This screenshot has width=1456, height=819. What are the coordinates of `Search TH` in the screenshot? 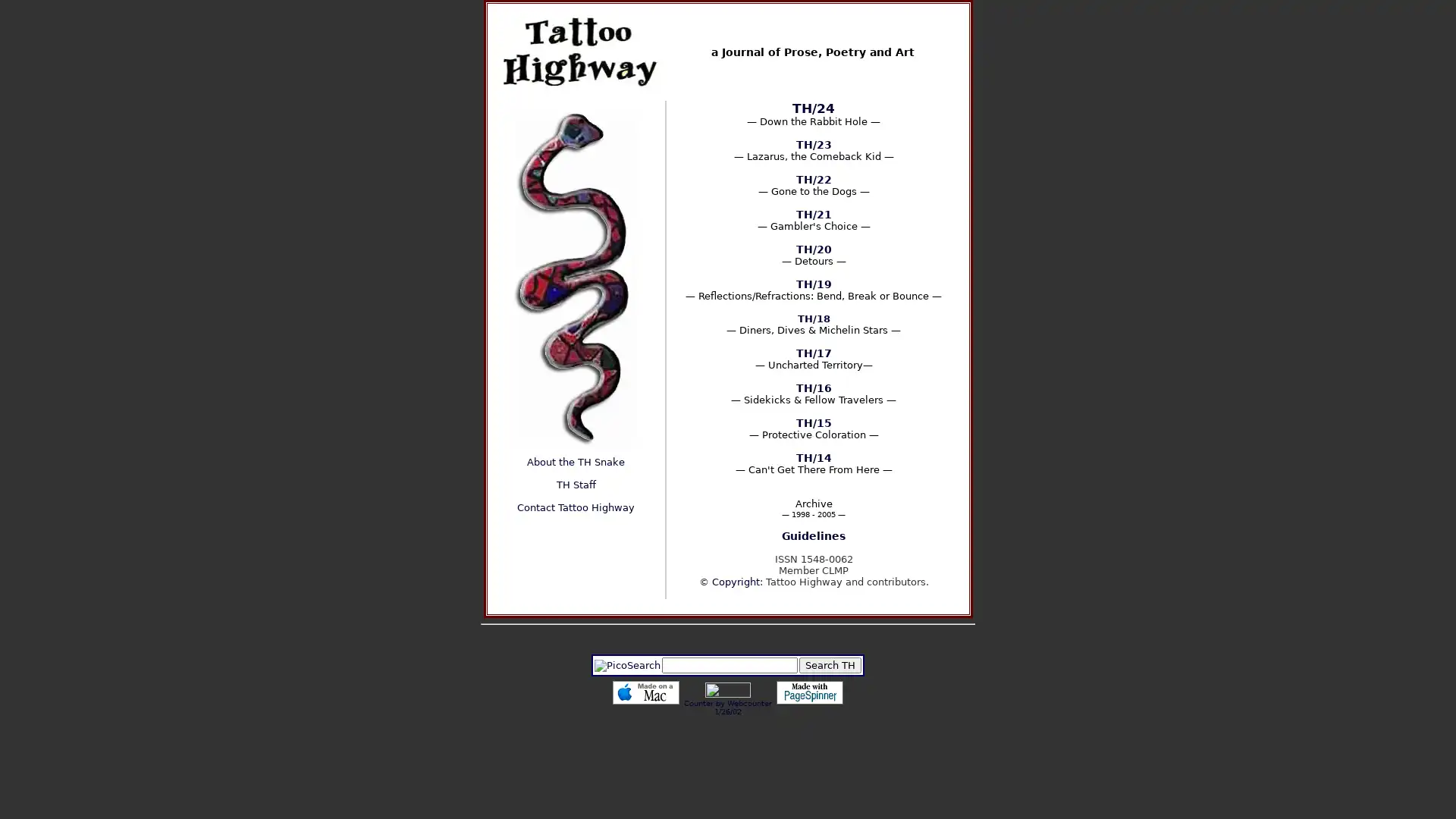 It's located at (829, 664).